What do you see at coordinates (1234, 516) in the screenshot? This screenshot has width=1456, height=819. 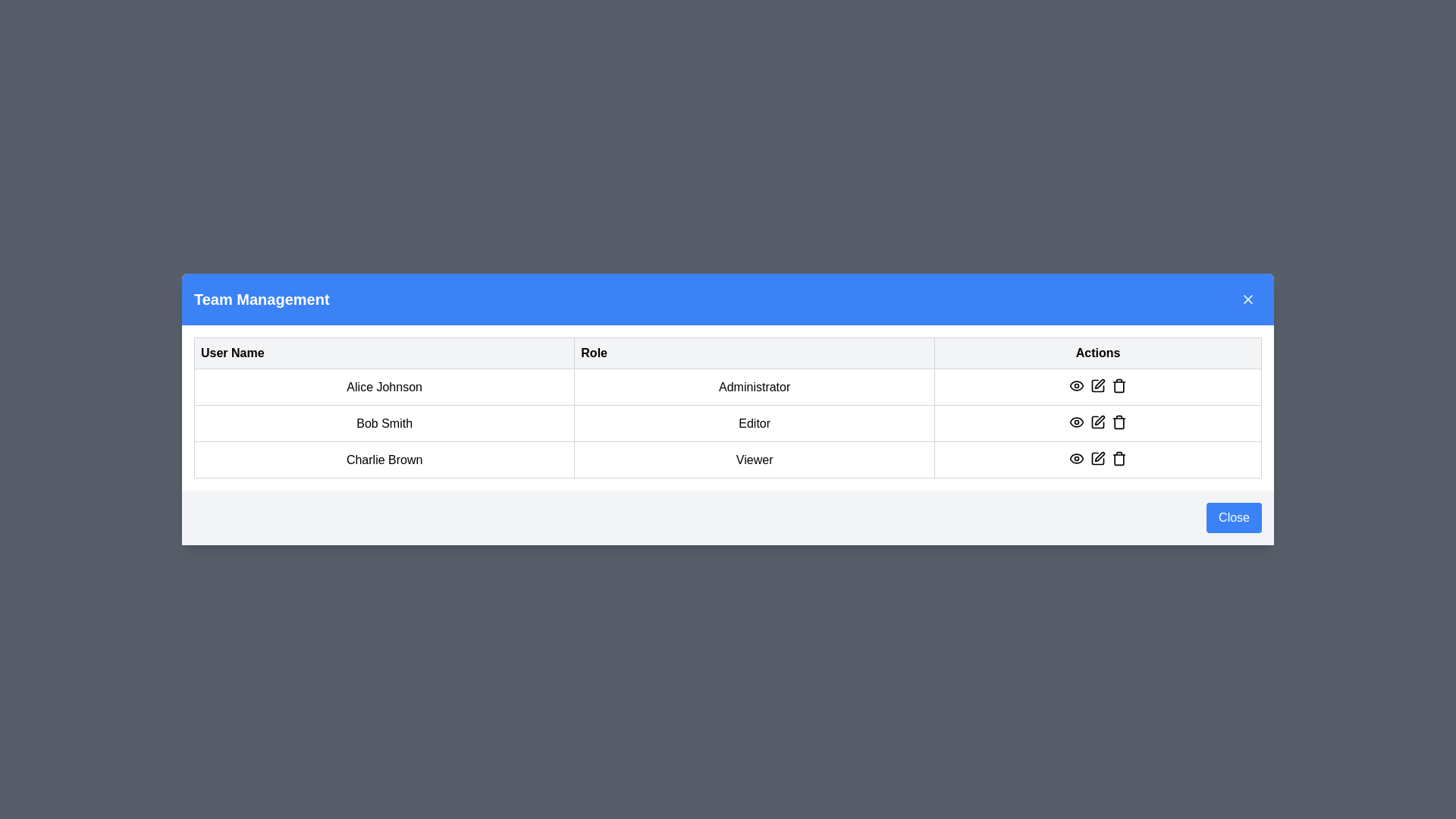 I see `the rectangular button with a blue background and white text reading 'Close' located at the bottom-right corner of the modal` at bounding box center [1234, 516].